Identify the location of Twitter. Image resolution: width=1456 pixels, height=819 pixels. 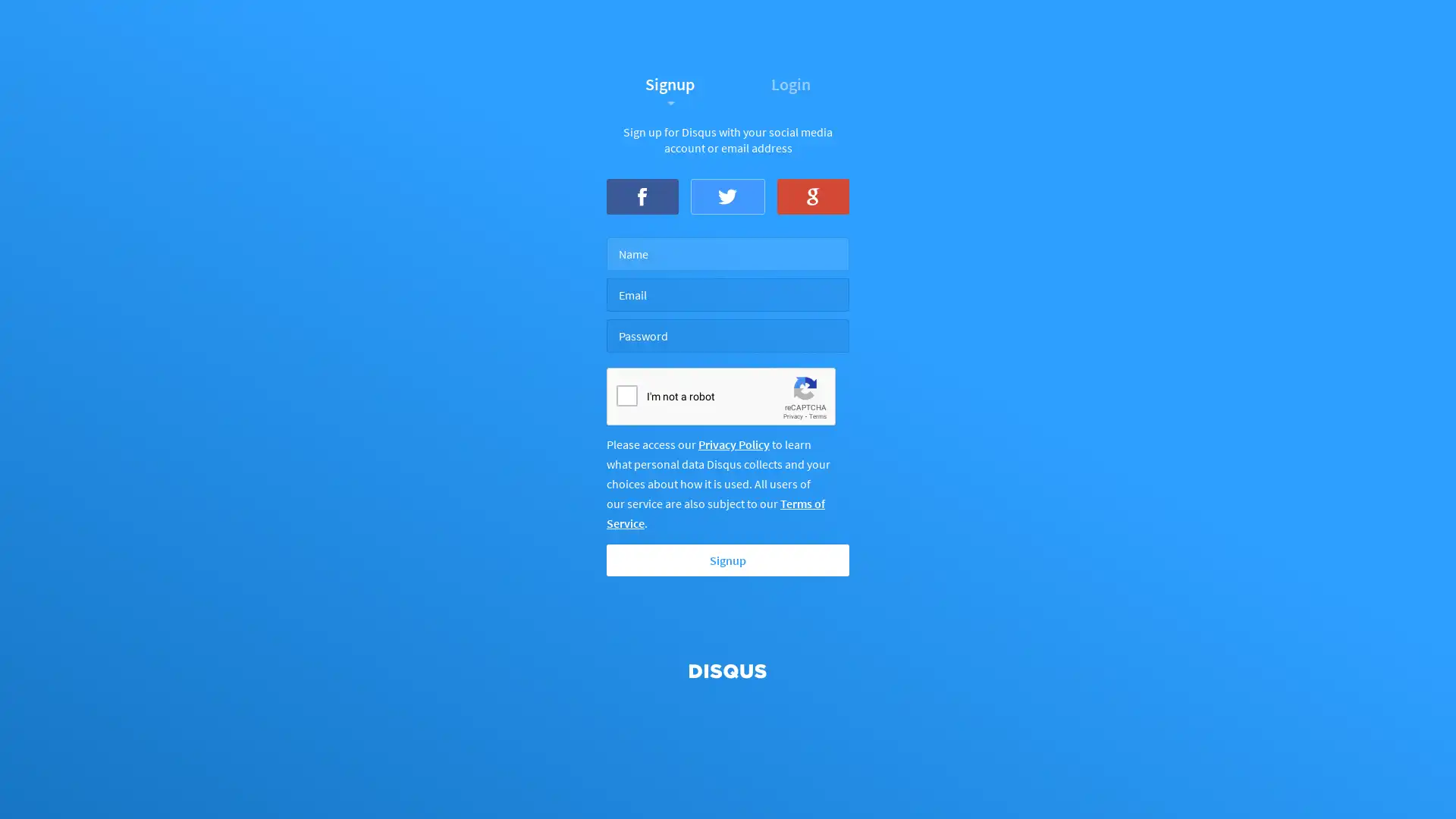
(726, 195).